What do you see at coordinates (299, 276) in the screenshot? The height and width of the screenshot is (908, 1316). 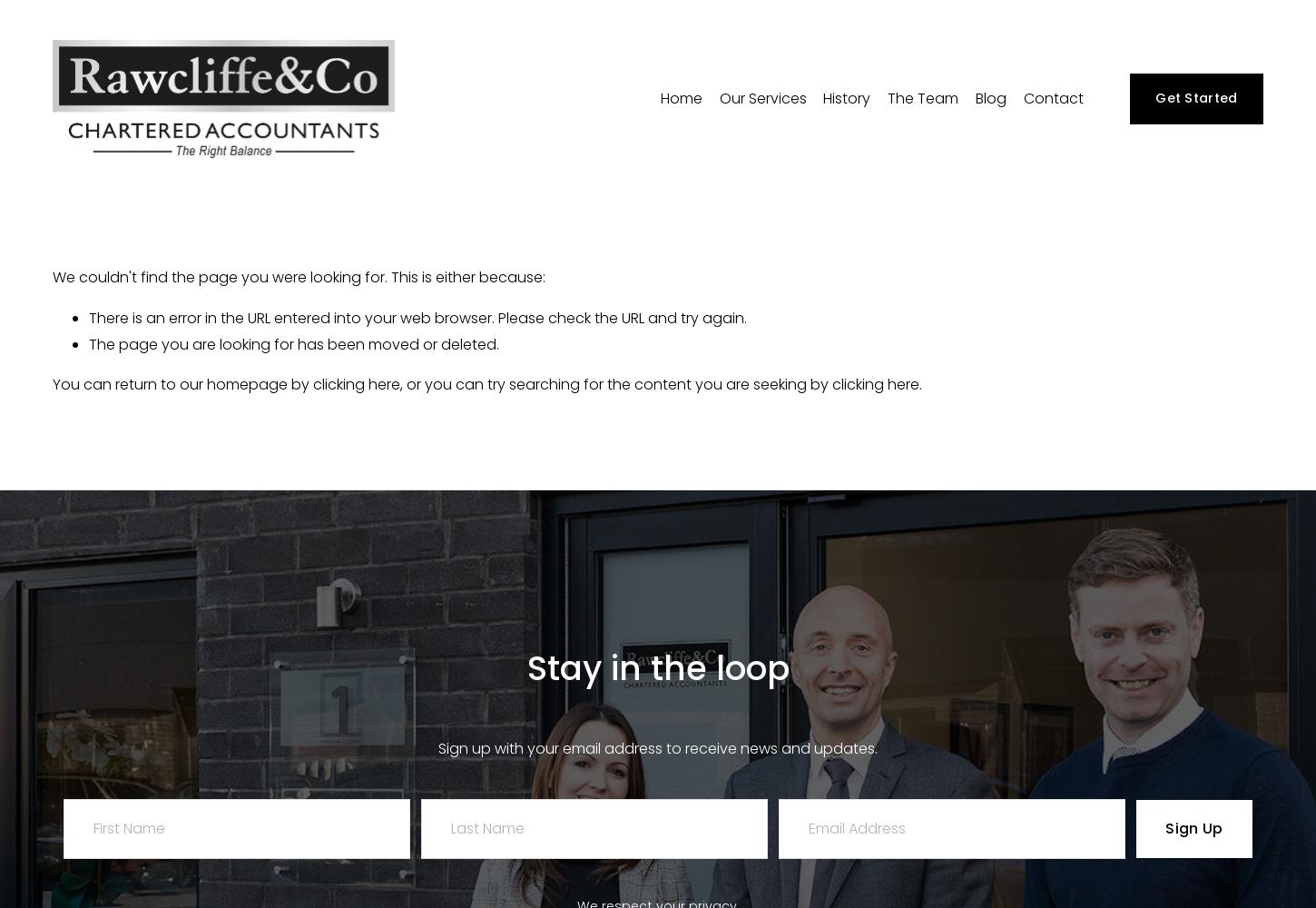 I see `'We couldn't find the page you were looking for. This is either because:'` at bounding box center [299, 276].